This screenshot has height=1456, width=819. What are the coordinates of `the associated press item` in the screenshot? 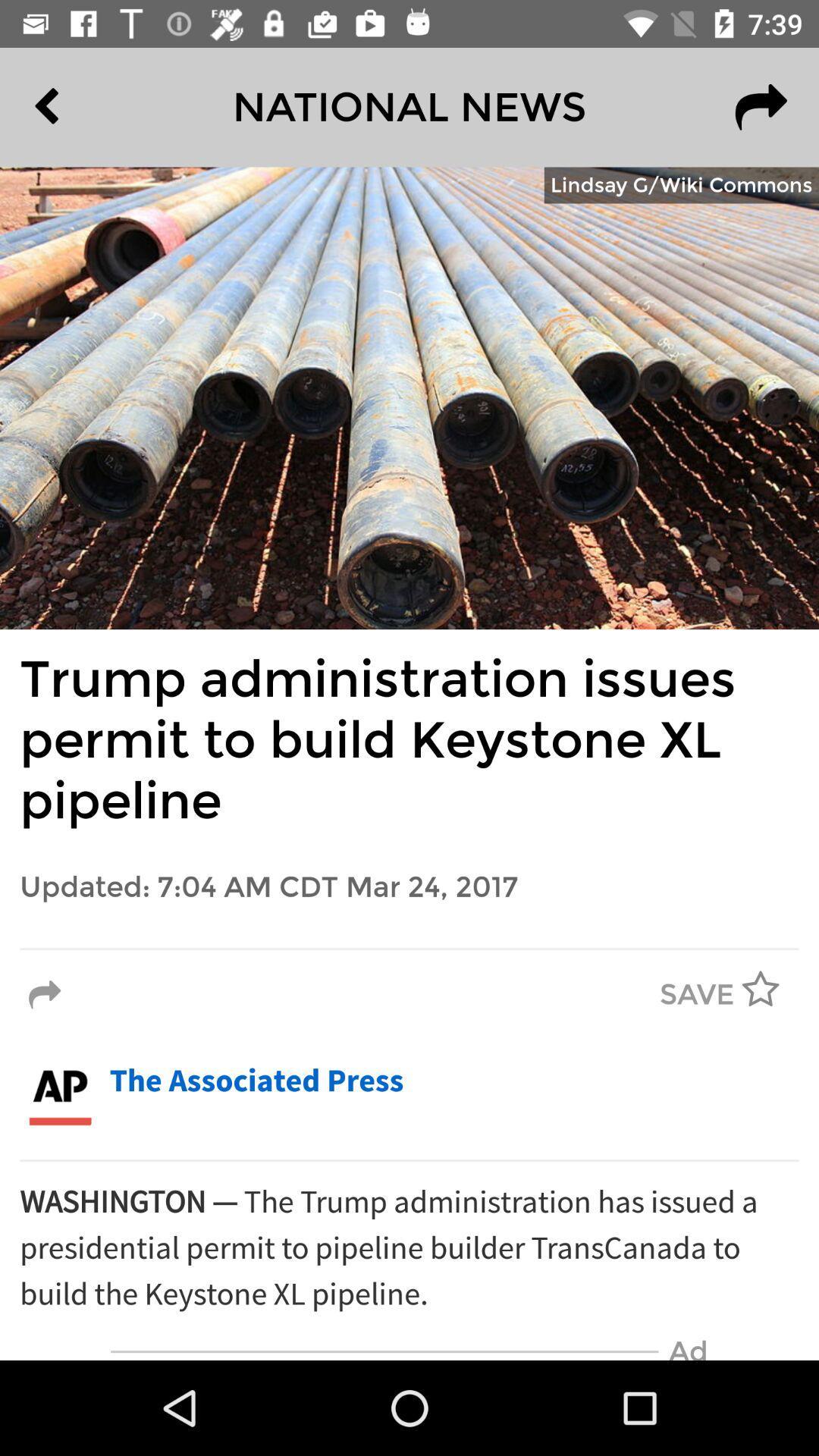 It's located at (256, 1081).